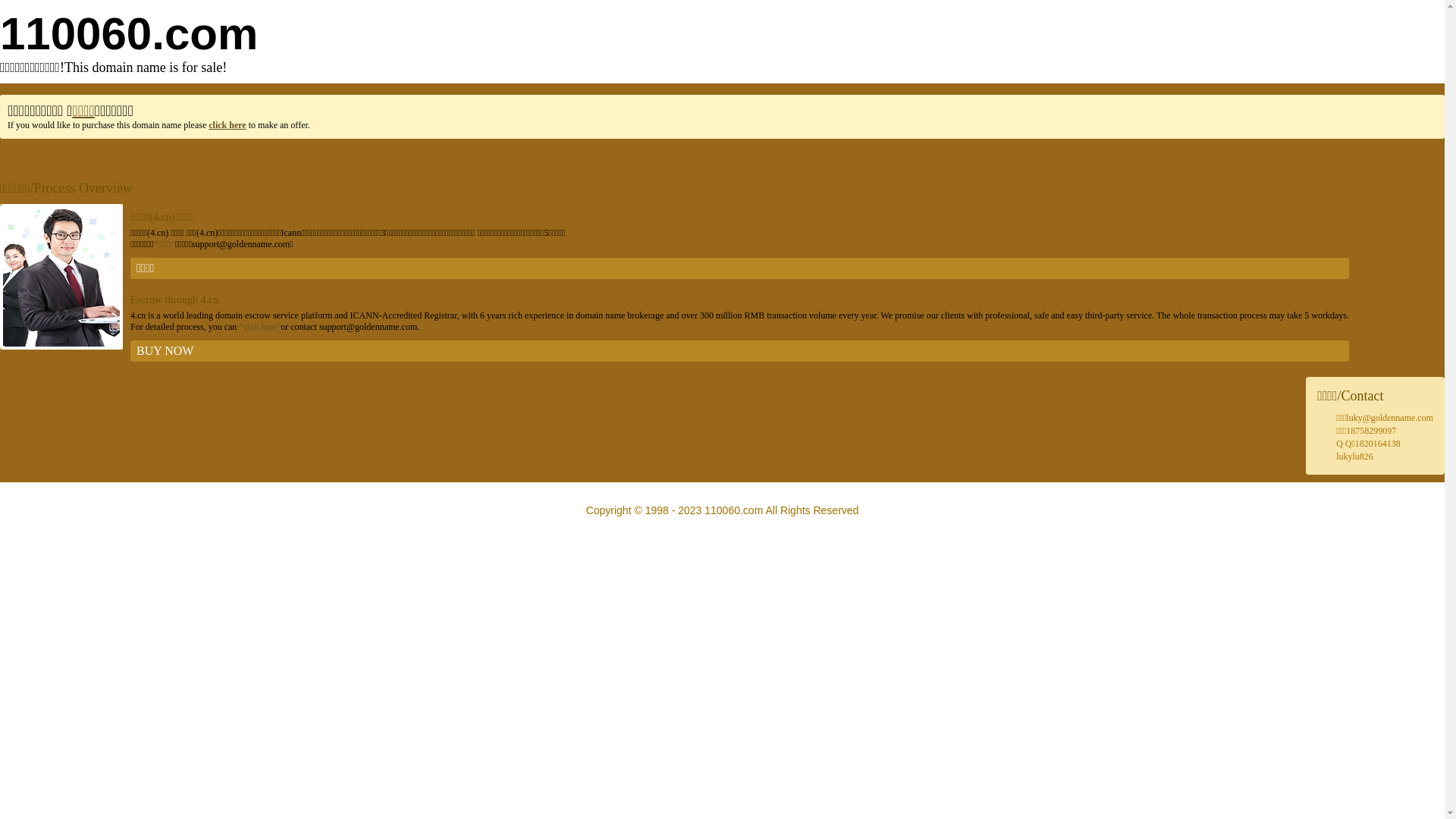 The image size is (1456, 819). Describe the element at coordinates (226, 124) in the screenshot. I see `'click here'` at that location.